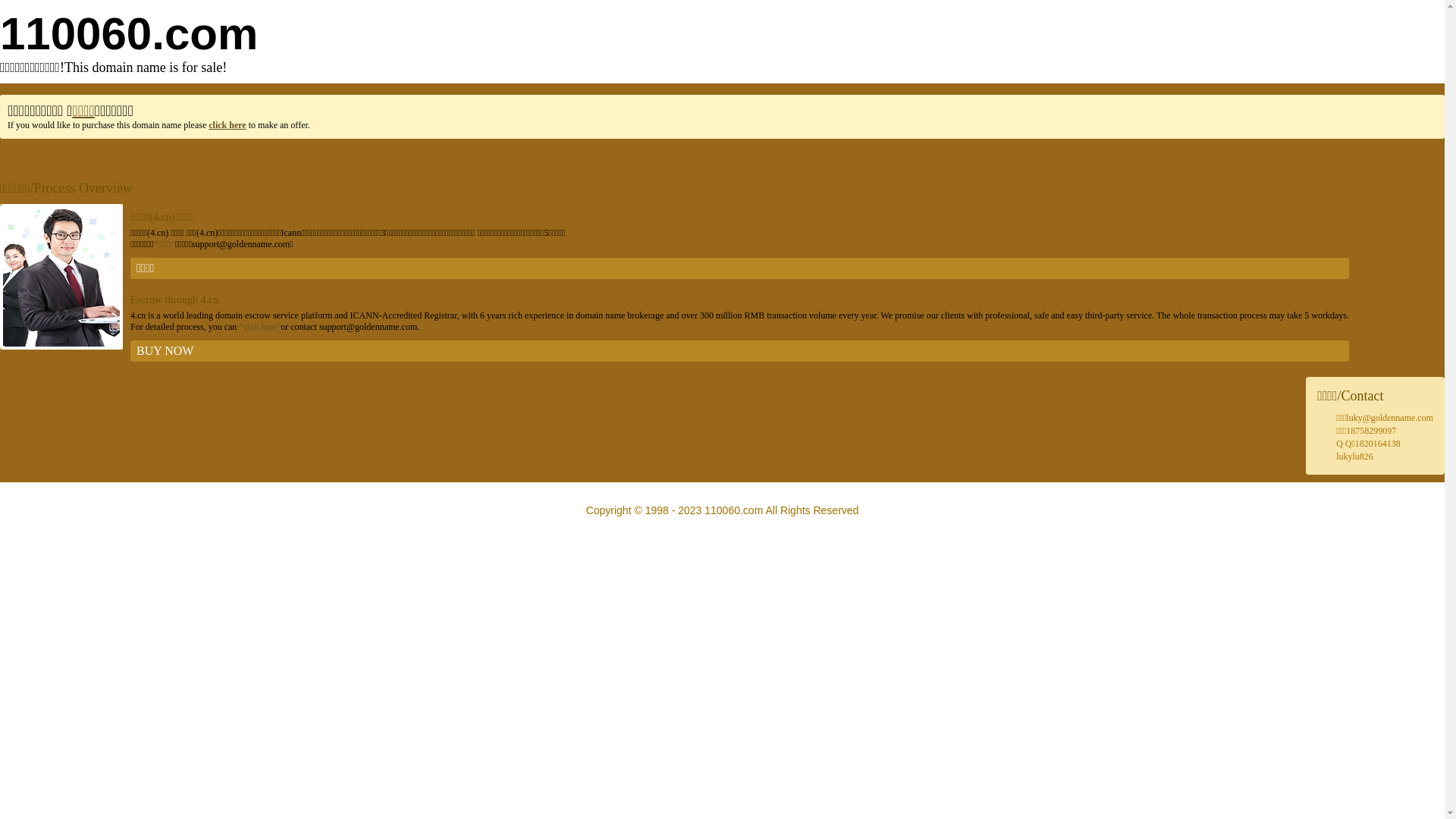 The image size is (1456, 819). Describe the element at coordinates (226, 124) in the screenshot. I see `'click here'` at that location.